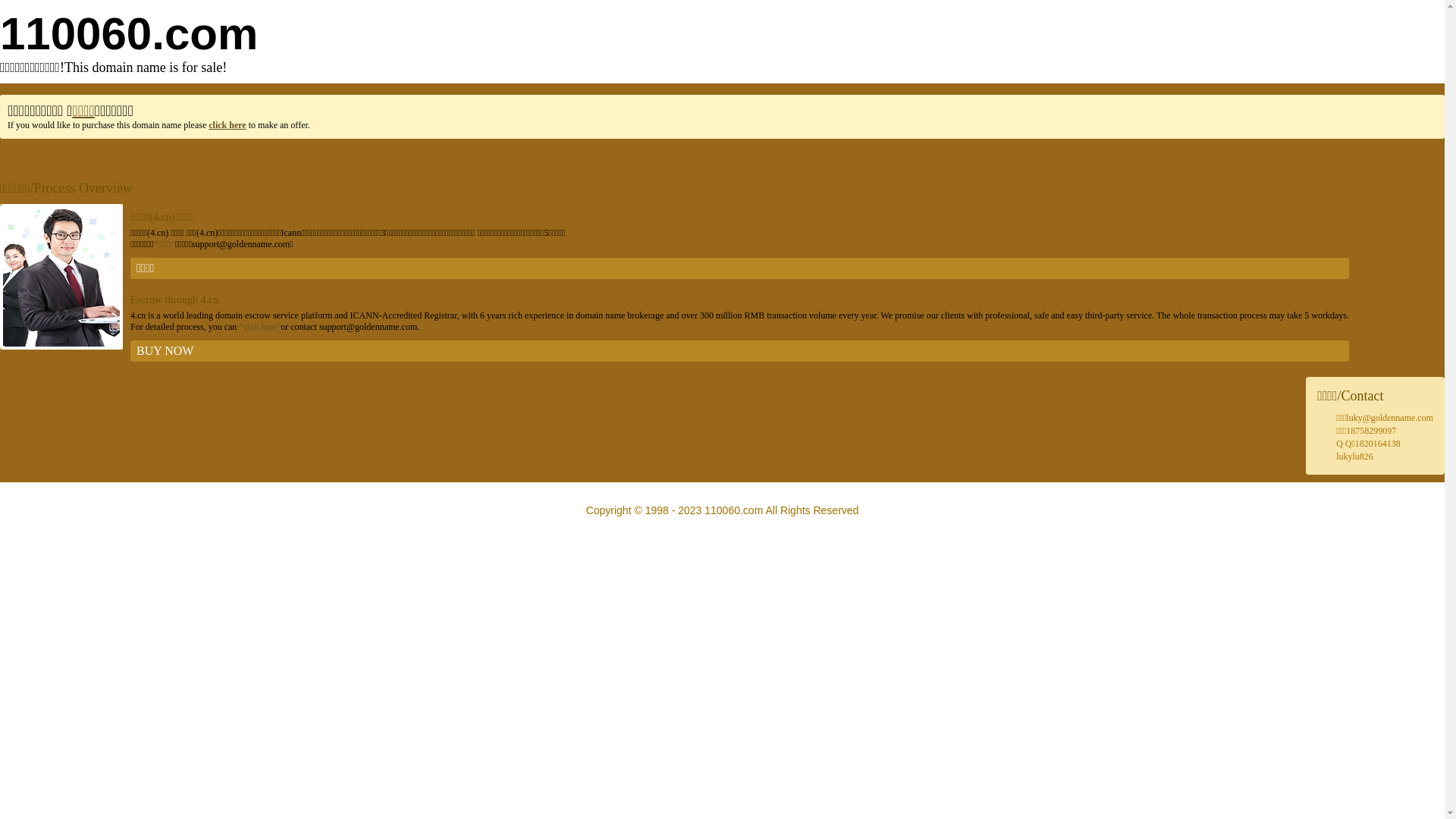 The image size is (1456, 819). Describe the element at coordinates (226, 124) in the screenshot. I see `'click here'` at that location.